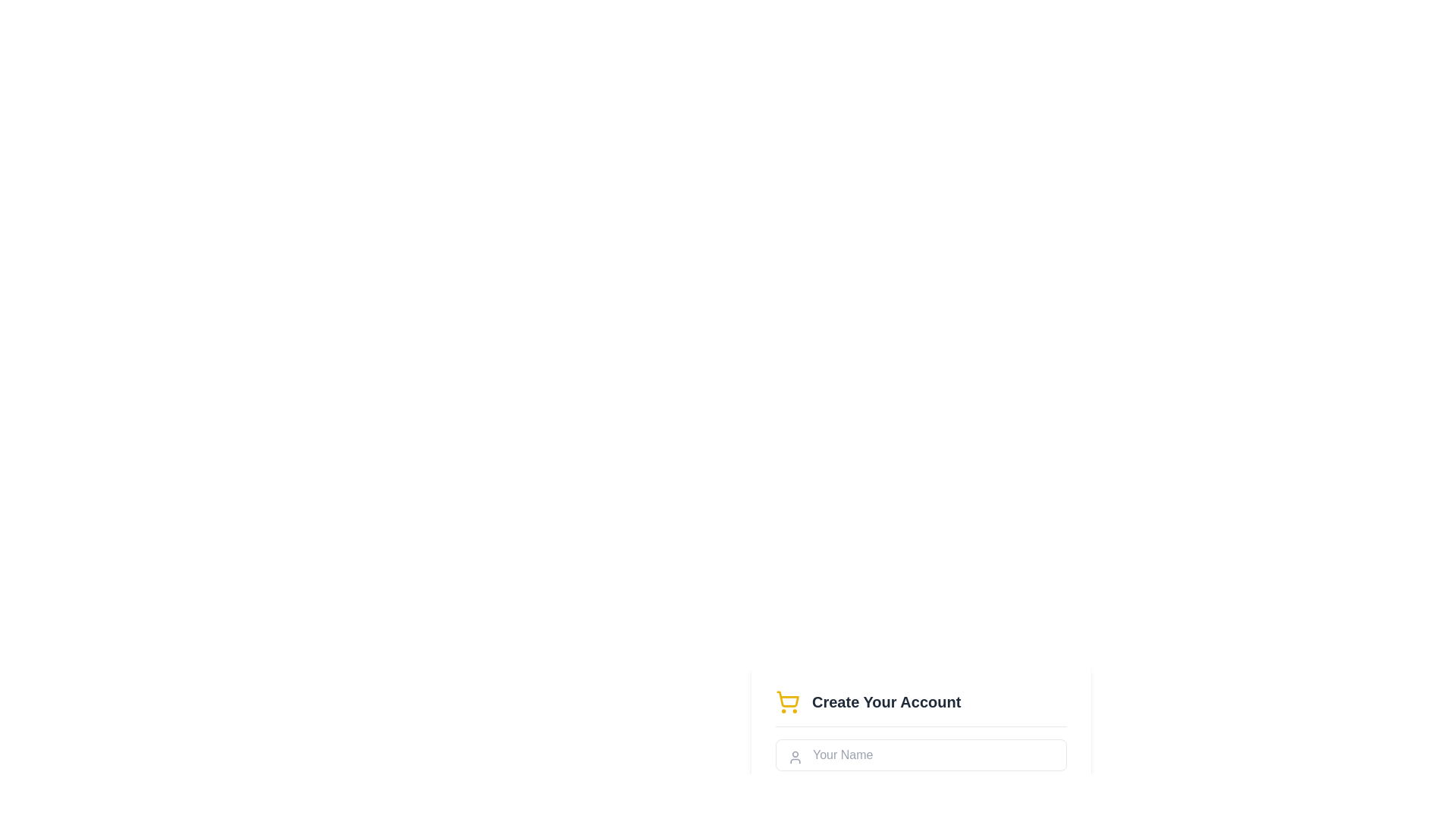  I want to click on the shopping cart icon with a yellow outline located to the left of the 'Create Your Account' heading, so click(787, 701).